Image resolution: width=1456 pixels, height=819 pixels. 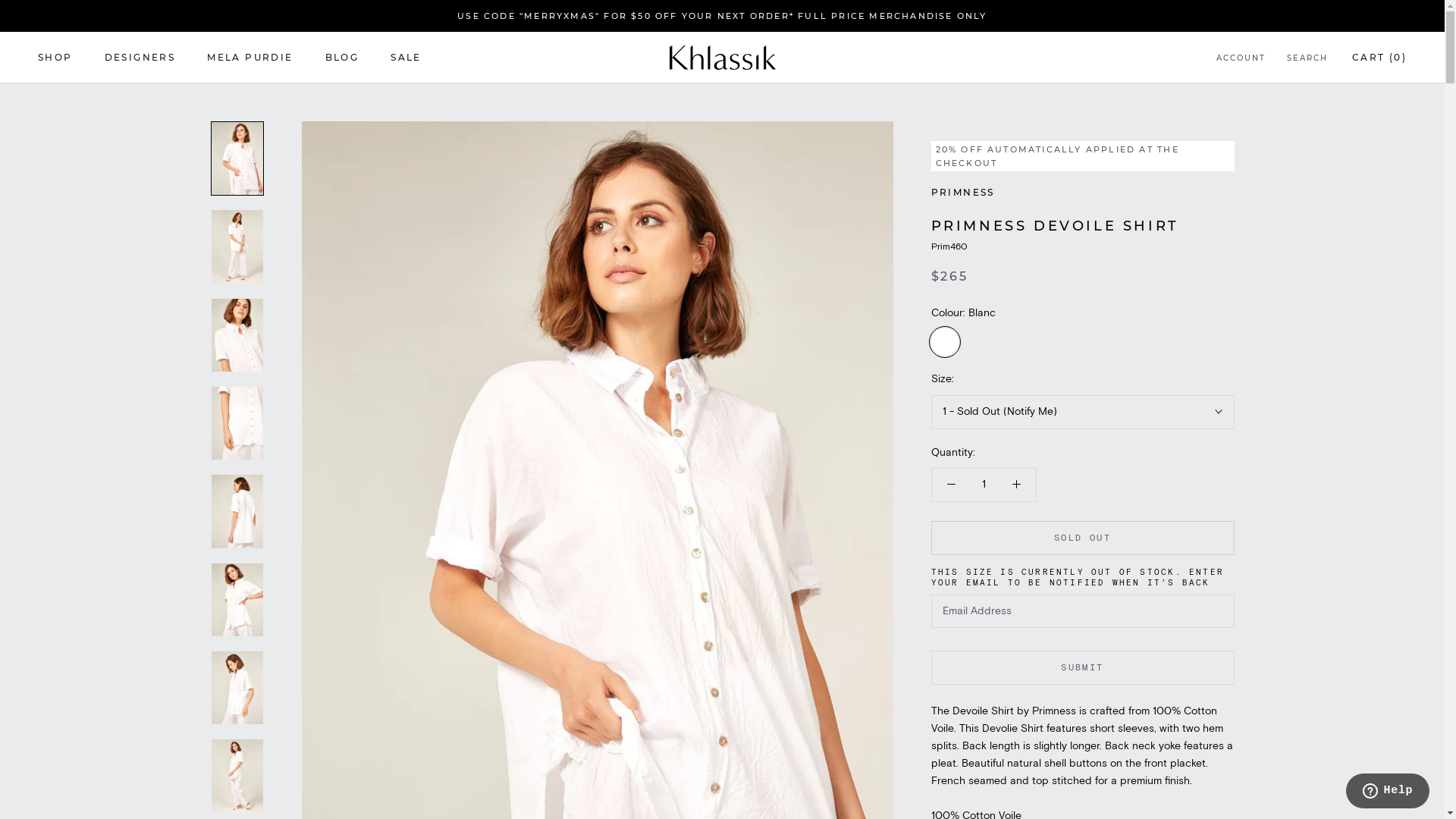 I want to click on 'SALE', so click(x=406, y=56).